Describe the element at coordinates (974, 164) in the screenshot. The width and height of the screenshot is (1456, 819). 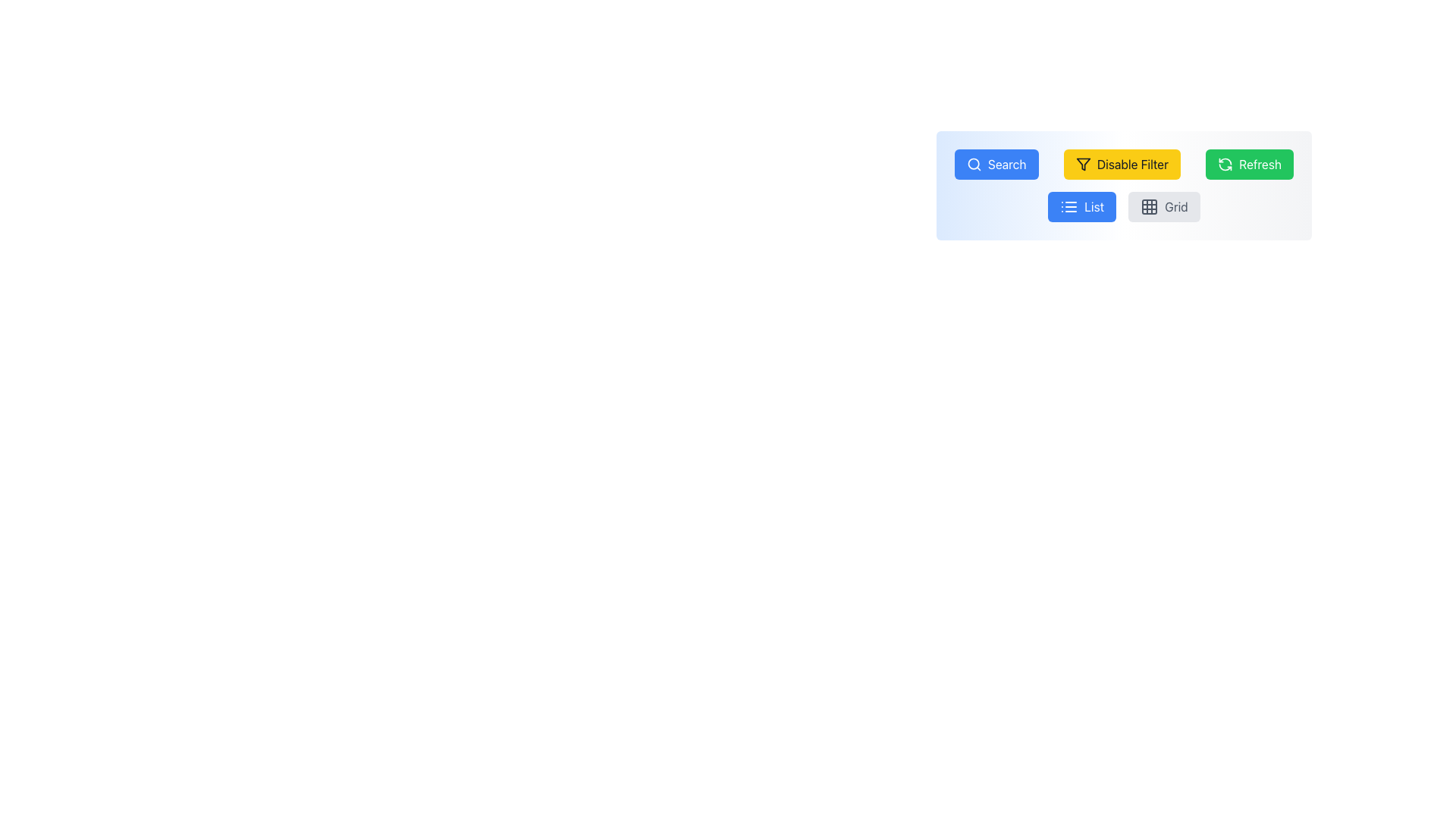
I see `the 'Search' button located in the top-right corner of the interface, which contains a small circle representing the search functionality` at that location.